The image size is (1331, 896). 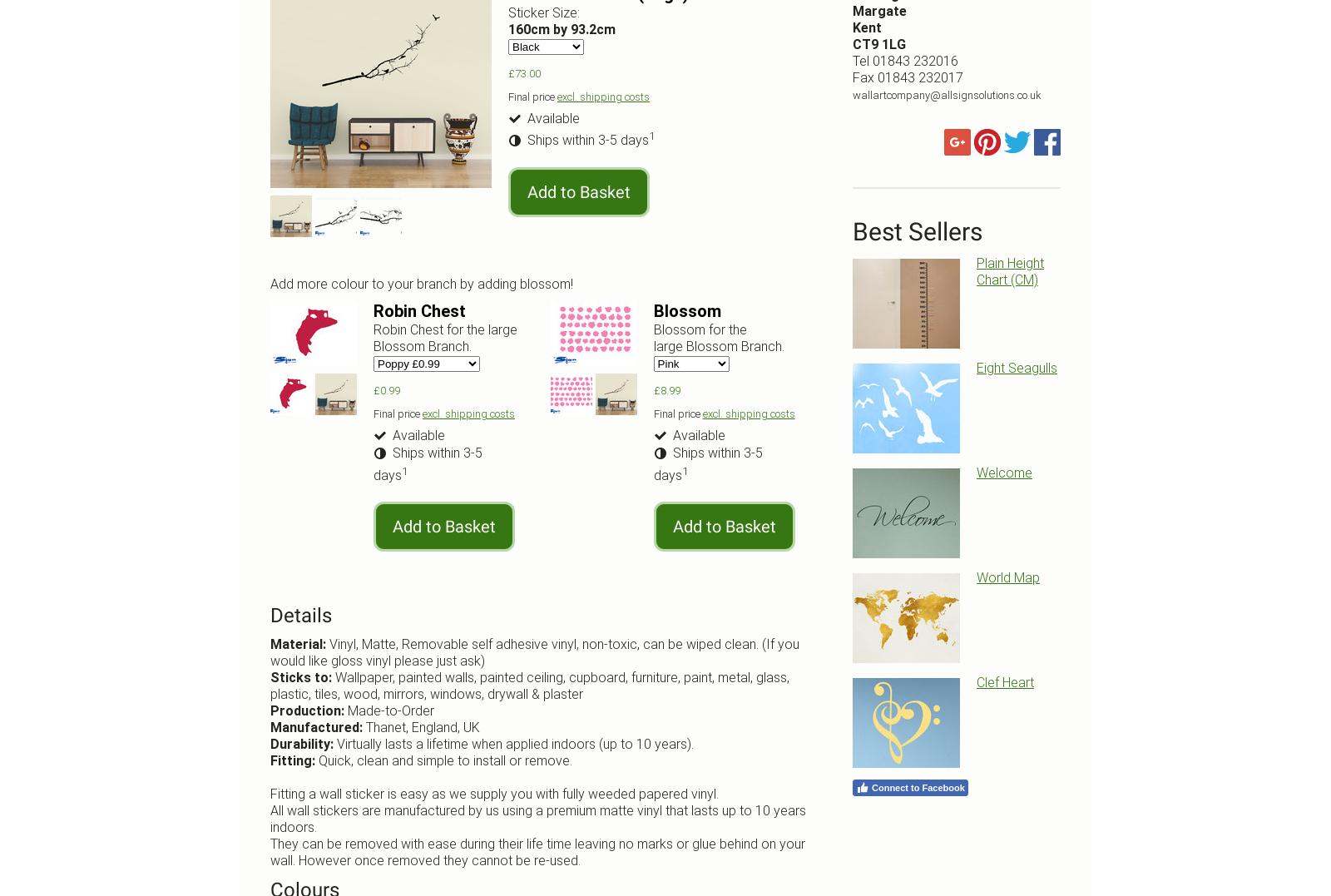 I want to click on 'Made-to-Order', so click(x=389, y=709).